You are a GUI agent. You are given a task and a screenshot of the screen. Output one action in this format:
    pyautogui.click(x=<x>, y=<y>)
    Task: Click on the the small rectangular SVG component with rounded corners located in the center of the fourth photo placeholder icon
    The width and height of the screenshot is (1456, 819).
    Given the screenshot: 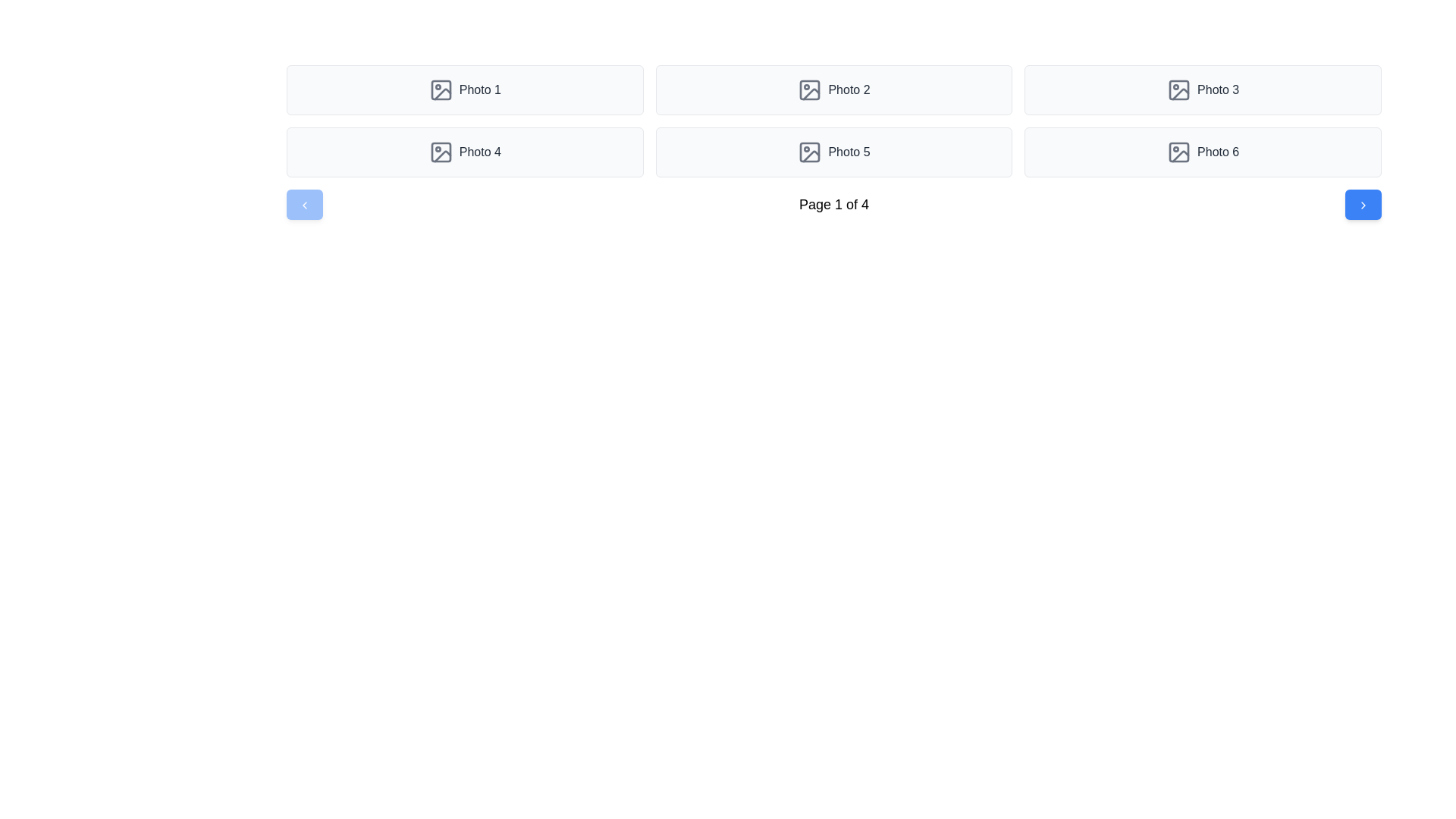 What is the action you would take?
    pyautogui.click(x=440, y=152)
    